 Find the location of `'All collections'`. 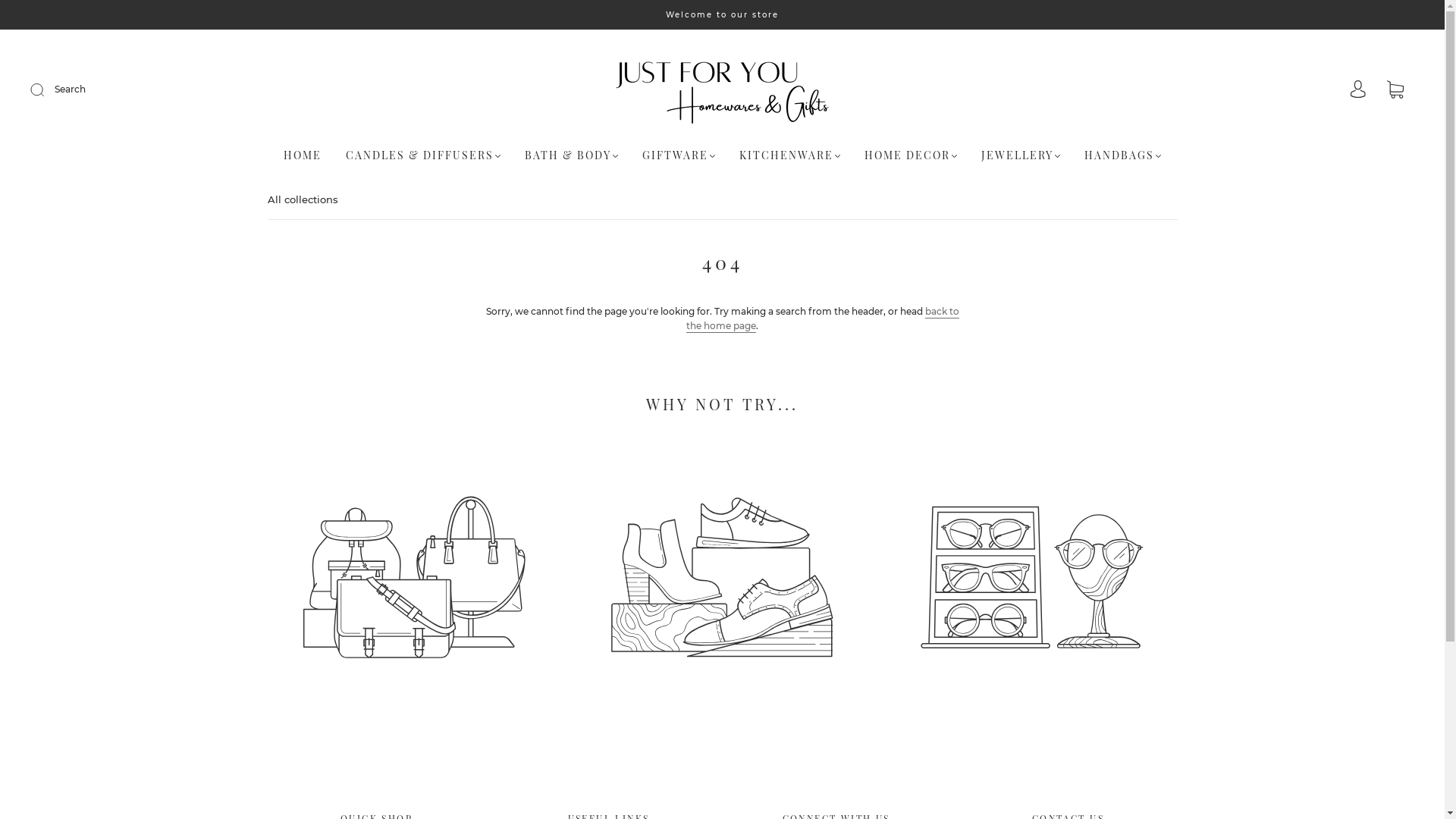

'All collections' is located at coordinates (302, 198).